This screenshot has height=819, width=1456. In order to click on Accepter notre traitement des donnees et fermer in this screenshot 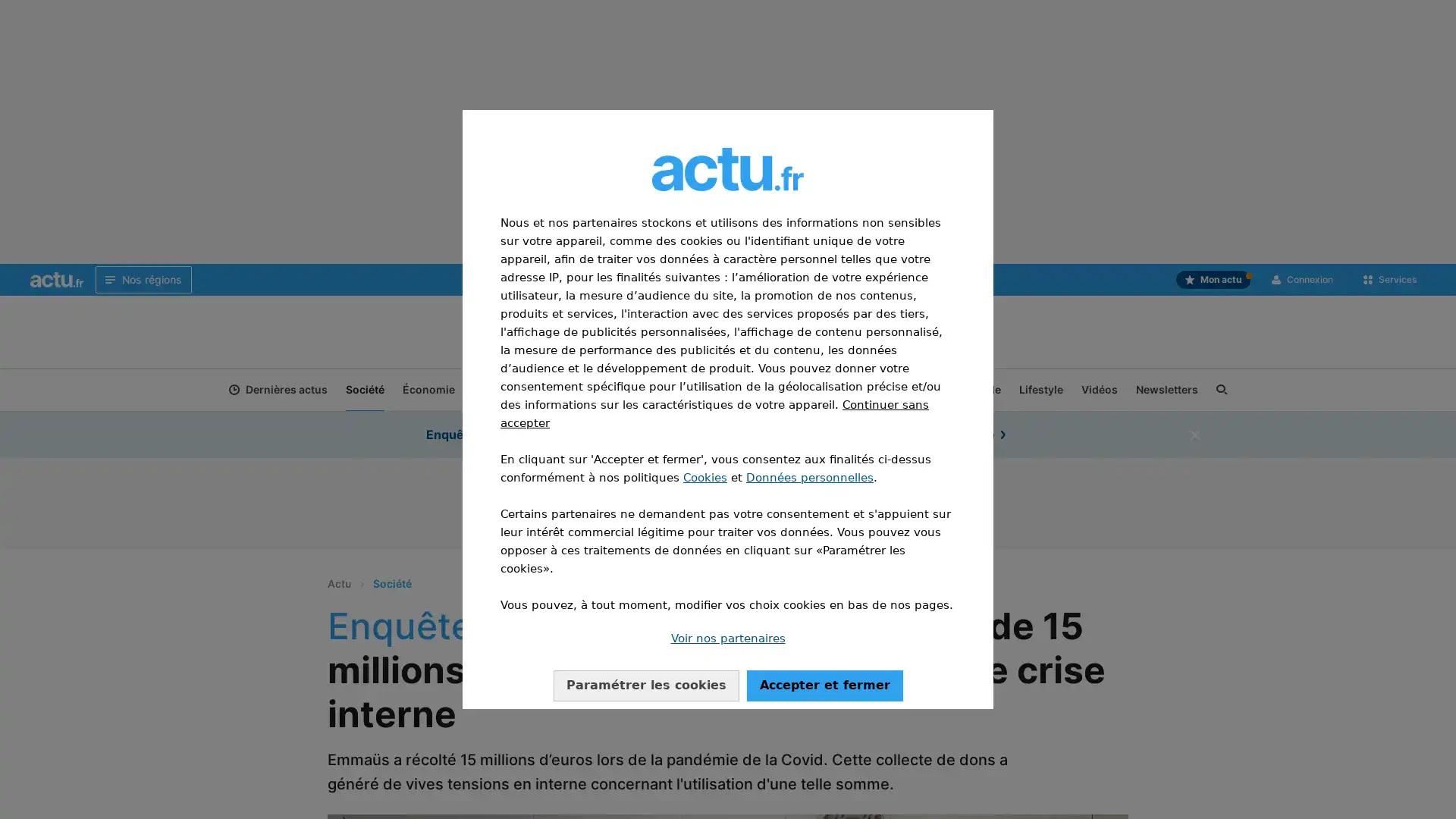, I will do `click(823, 685)`.